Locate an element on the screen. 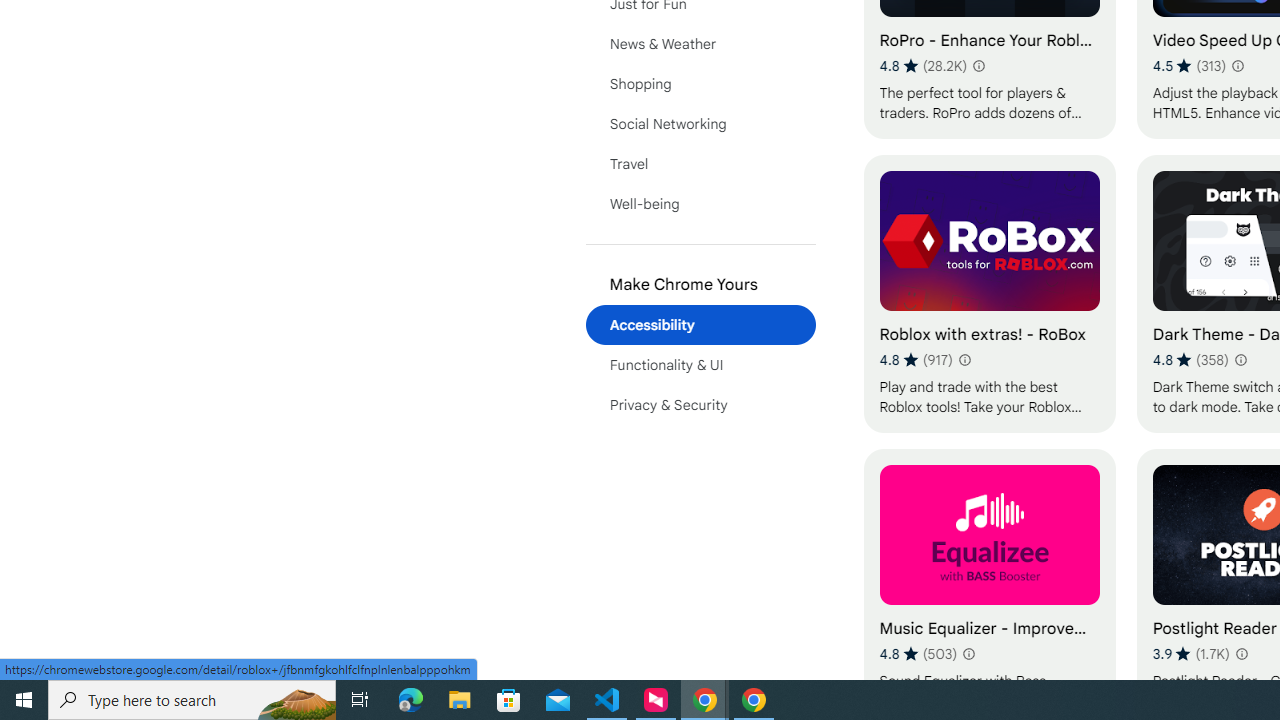 Image resolution: width=1280 pixels, height=720 pixels. 'Social Networking' is located at coordinates (700, 123).